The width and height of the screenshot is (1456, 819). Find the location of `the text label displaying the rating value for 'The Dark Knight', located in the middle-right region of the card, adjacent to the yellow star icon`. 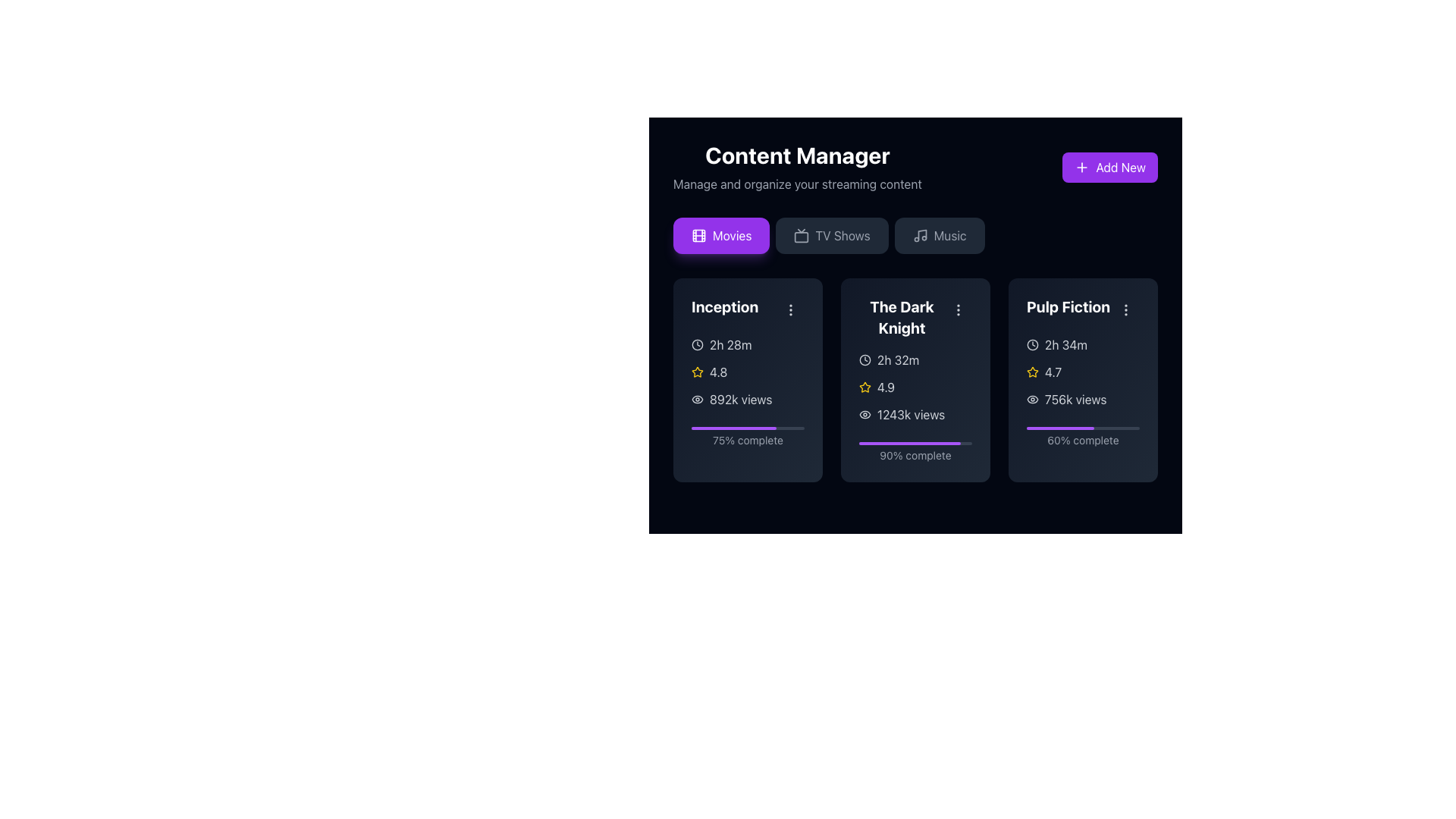

the text label displaying the rating value for 'The Dark Knight', located in the middle-right region of the card, adjacent to the yellow star icon is located at coordinates (886, 386).